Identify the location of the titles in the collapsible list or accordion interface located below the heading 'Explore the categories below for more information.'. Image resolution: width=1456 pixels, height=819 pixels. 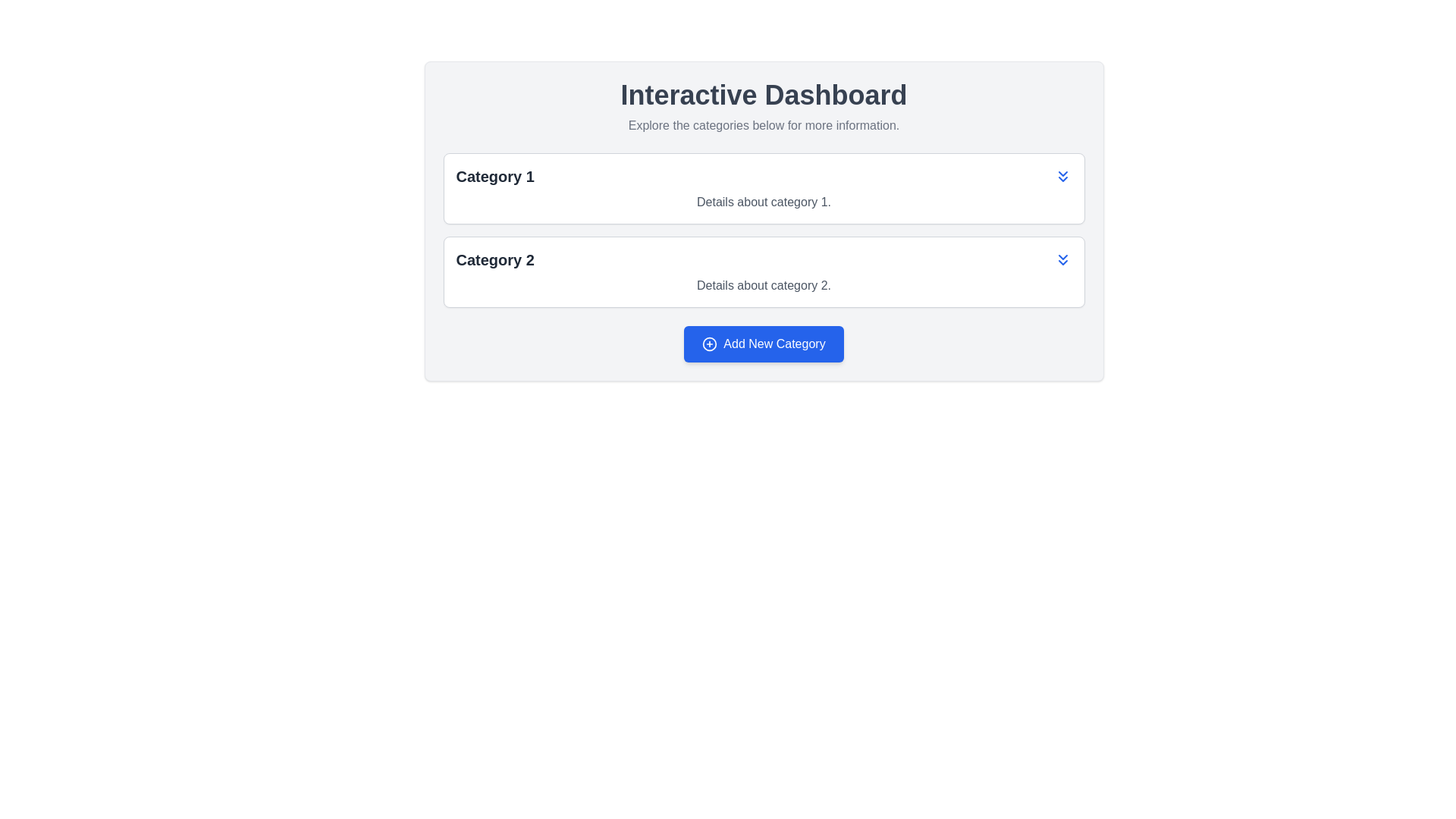
(764, 231).